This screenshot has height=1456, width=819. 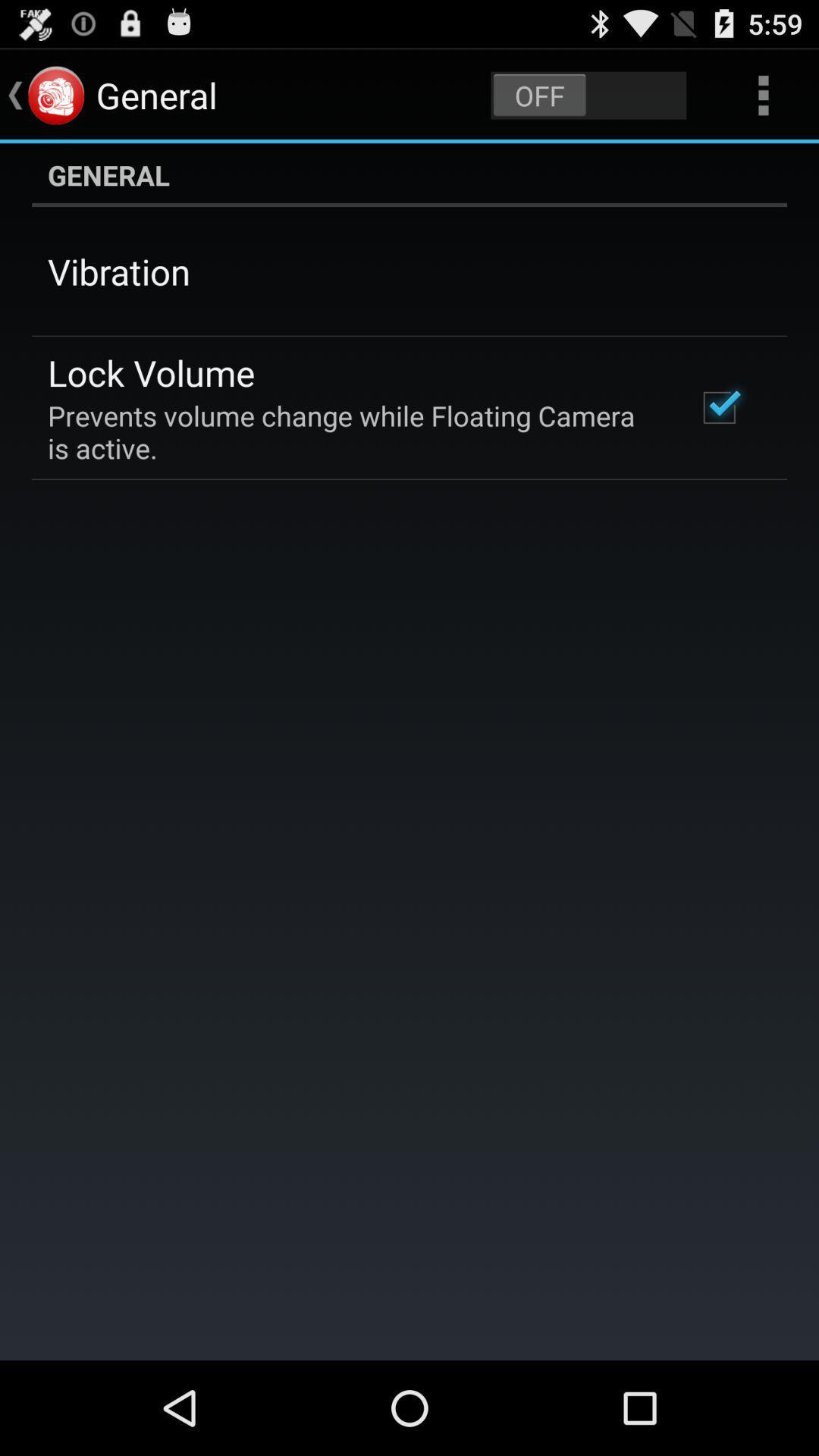 I want to click on app below vibration app, so click(x=151, y=372).